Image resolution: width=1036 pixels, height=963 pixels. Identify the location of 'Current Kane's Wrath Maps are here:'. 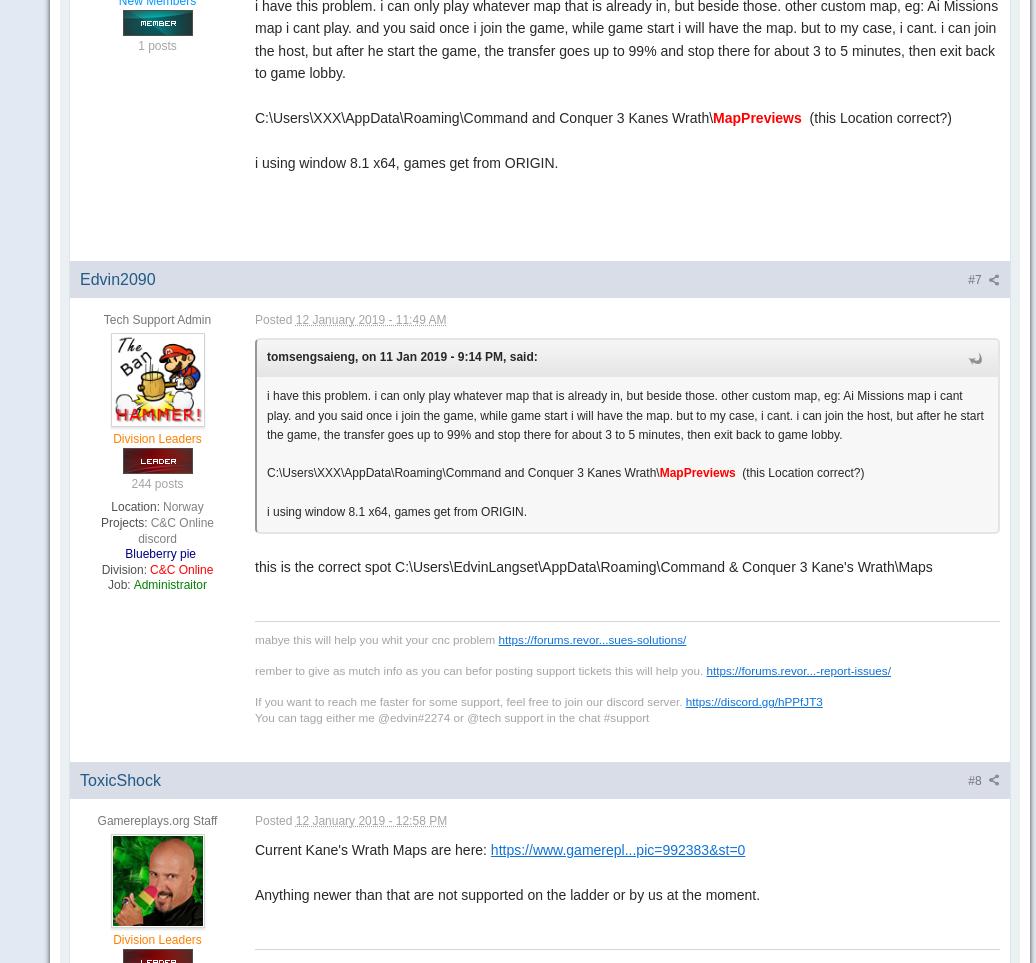
(372, 850).